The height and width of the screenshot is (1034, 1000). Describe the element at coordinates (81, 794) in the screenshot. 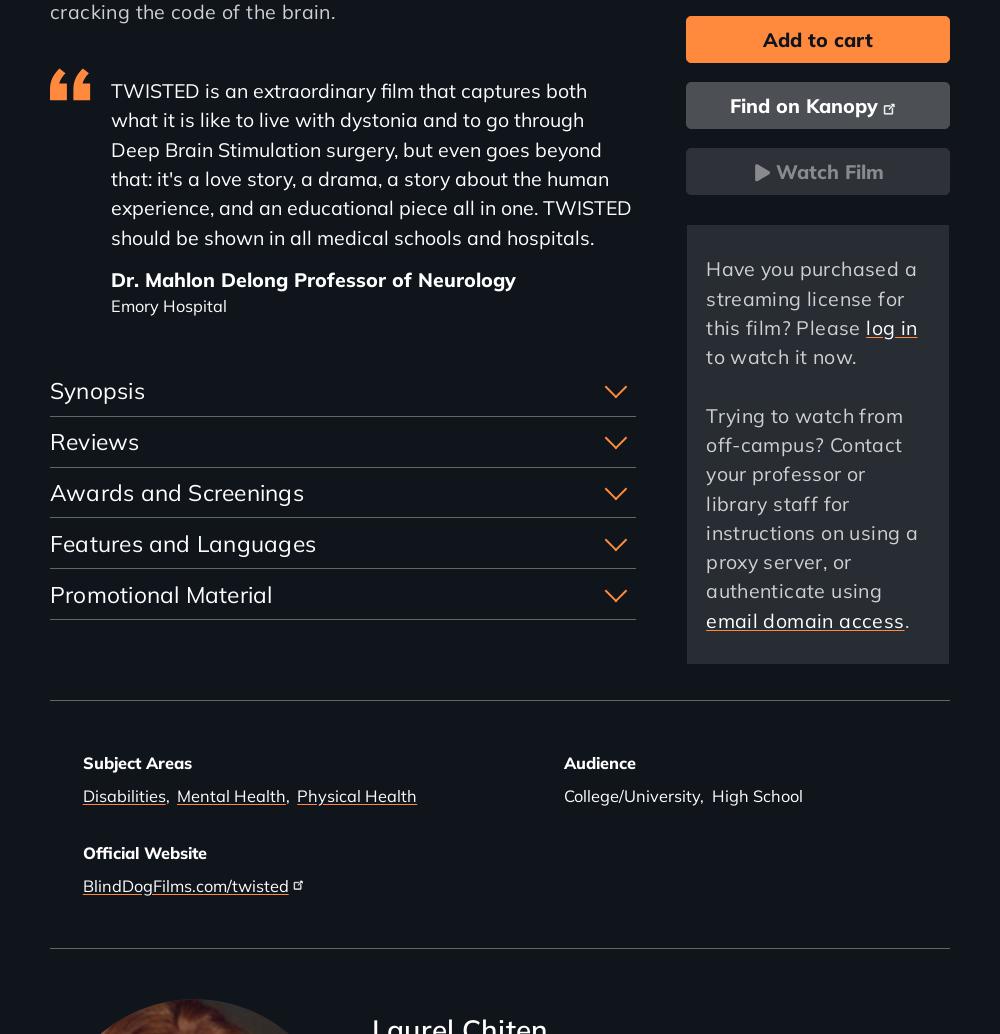

I see `'Disabilities'` at that location.